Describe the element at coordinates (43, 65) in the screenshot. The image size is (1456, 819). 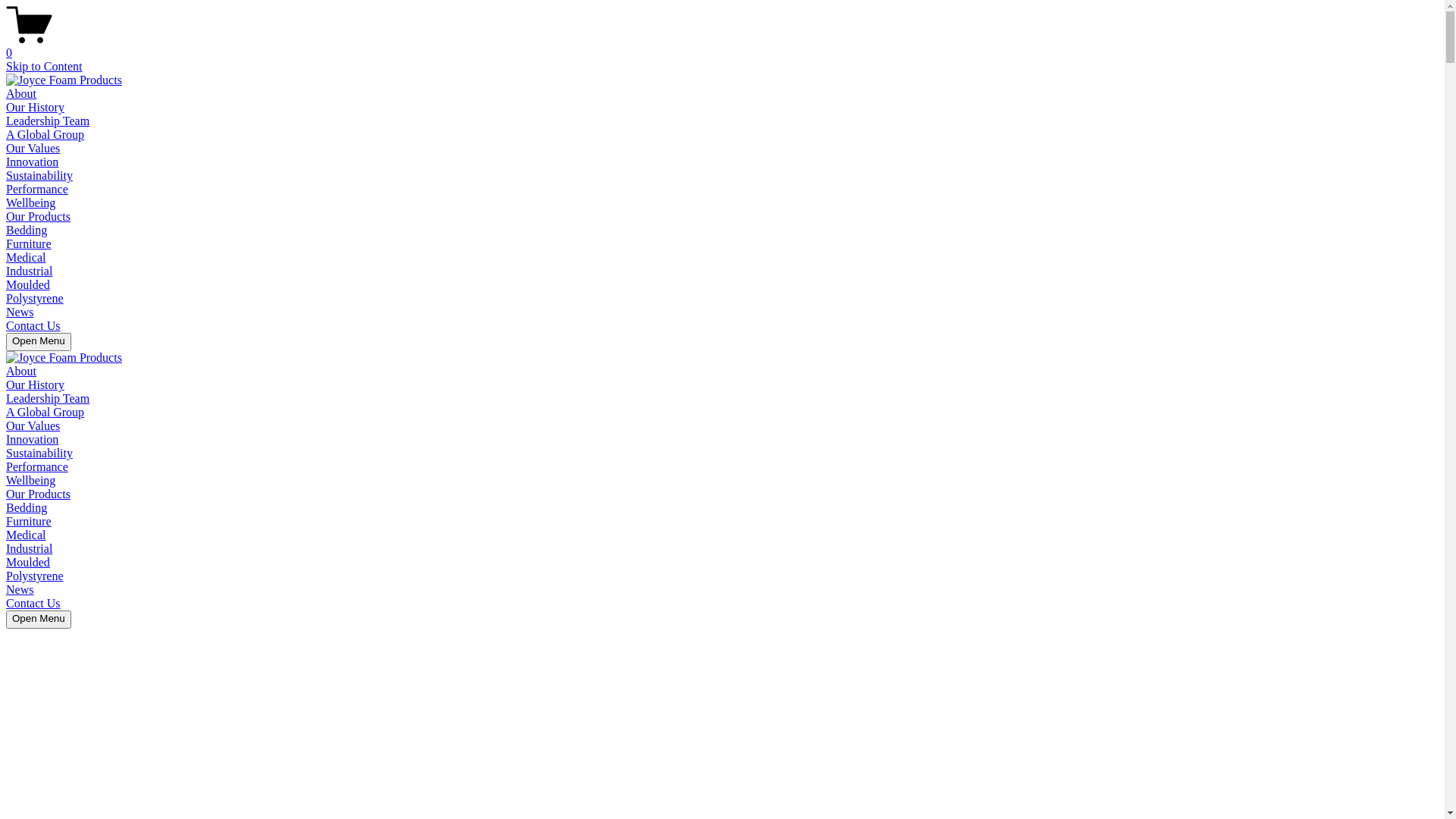
I see `'Skip to Content'` at that location.